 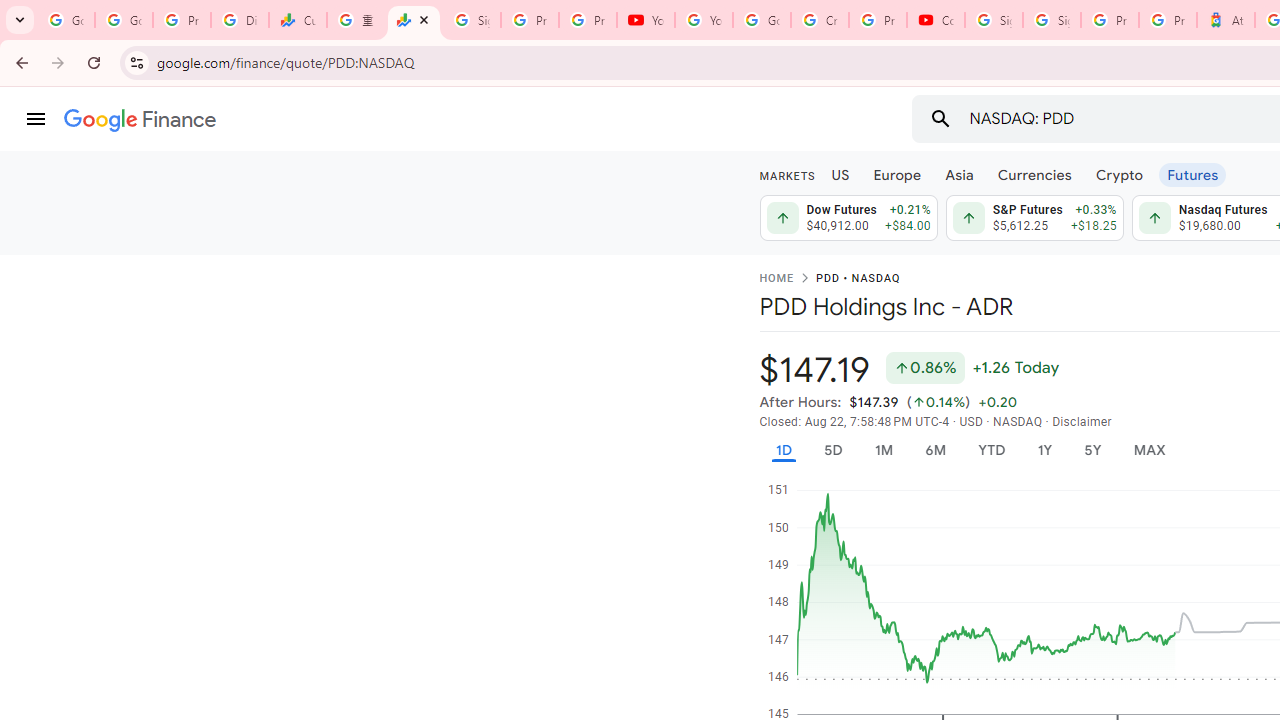 What do you see at coordinates (1149, 450) in the screenshot?
I see `'MAX'` at bounding box center [1149, 450].